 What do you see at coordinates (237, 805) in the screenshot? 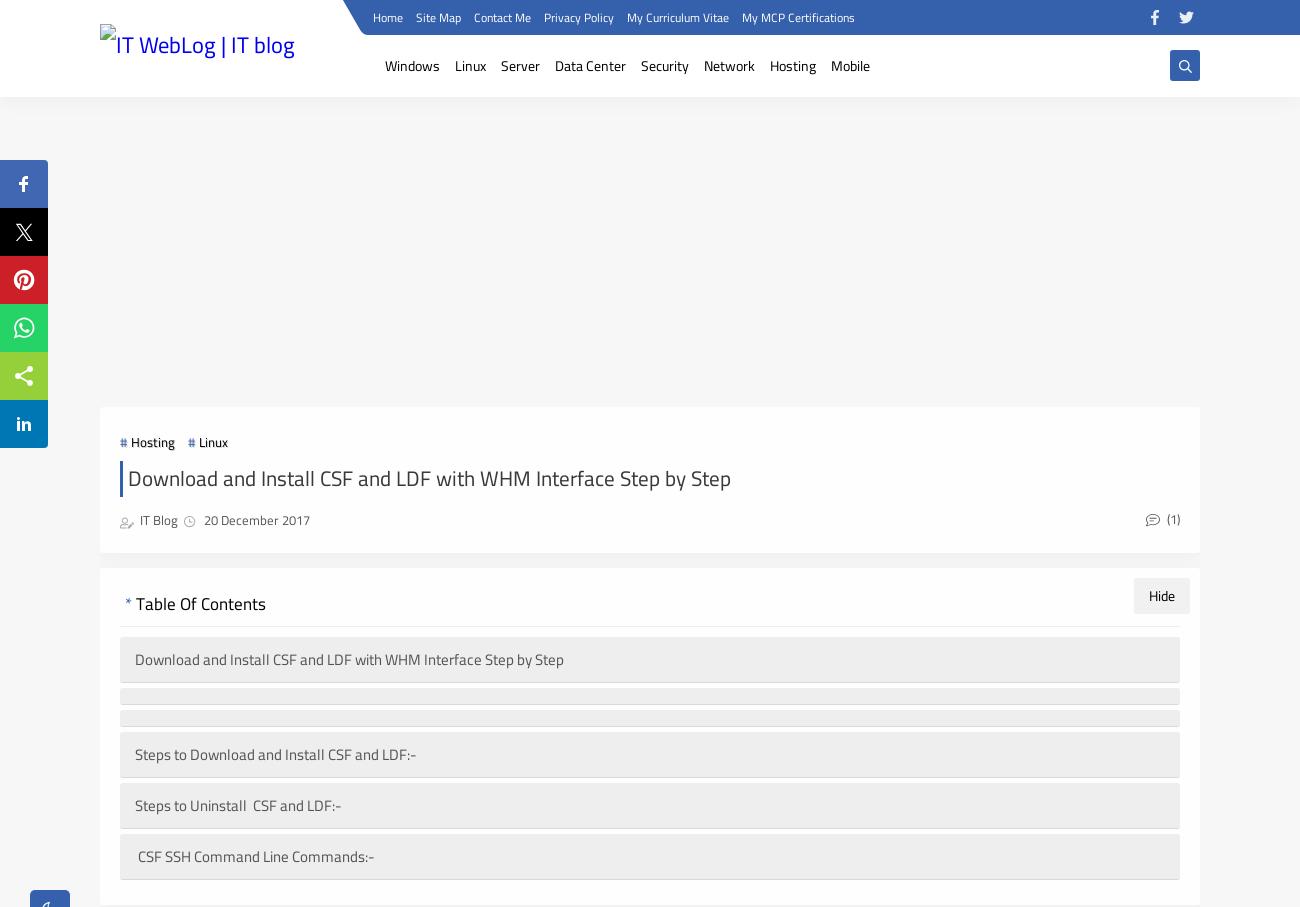
I see `'Steps to Uninstall  CSF and LDF:-'` at bounding box center [237, 805].